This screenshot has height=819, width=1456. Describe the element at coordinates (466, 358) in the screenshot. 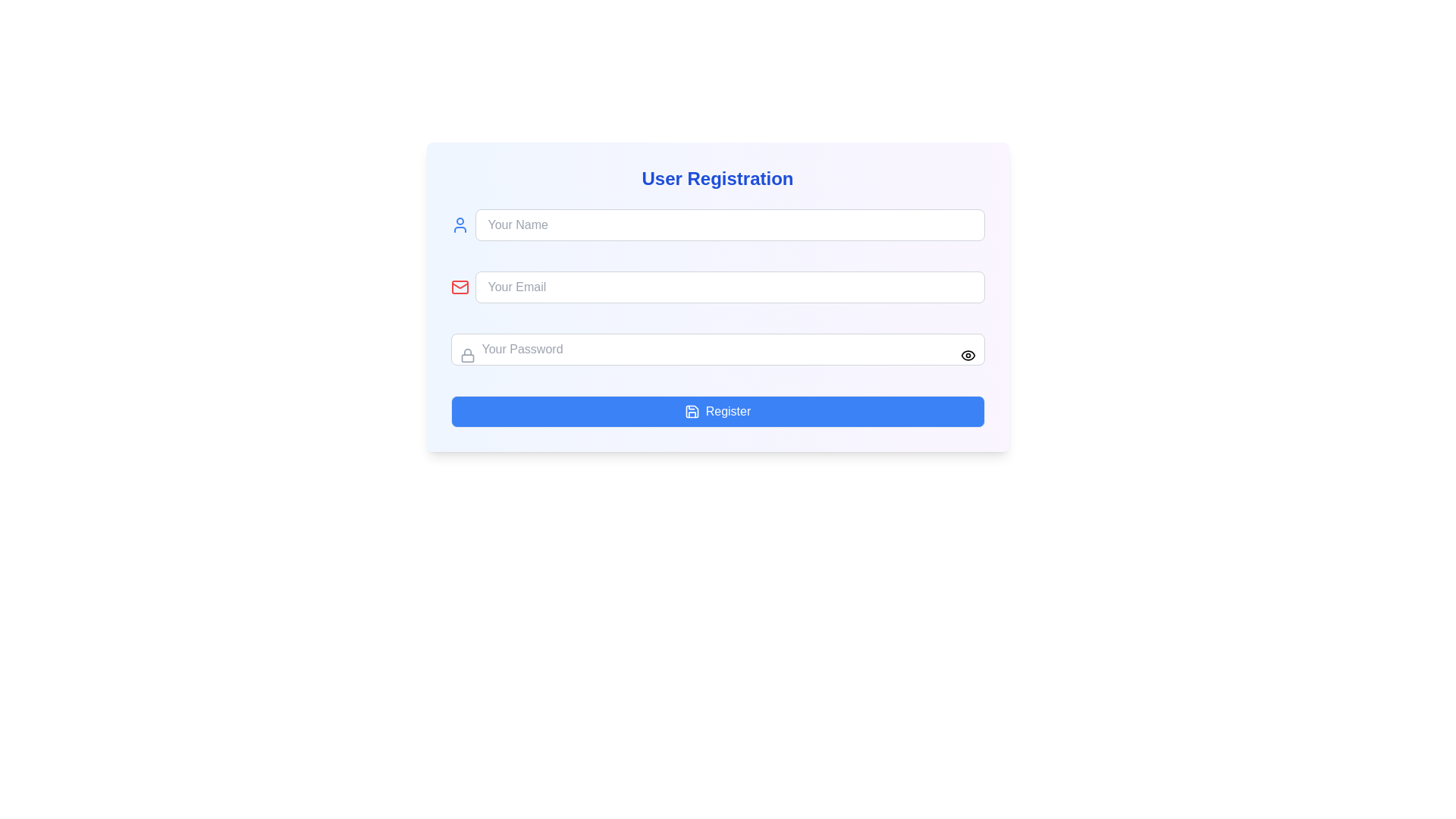

I see `the SVG element forming the main body of the lock icon, which visually indicates password protection for the input field labeled 'Your Password'` at that location.